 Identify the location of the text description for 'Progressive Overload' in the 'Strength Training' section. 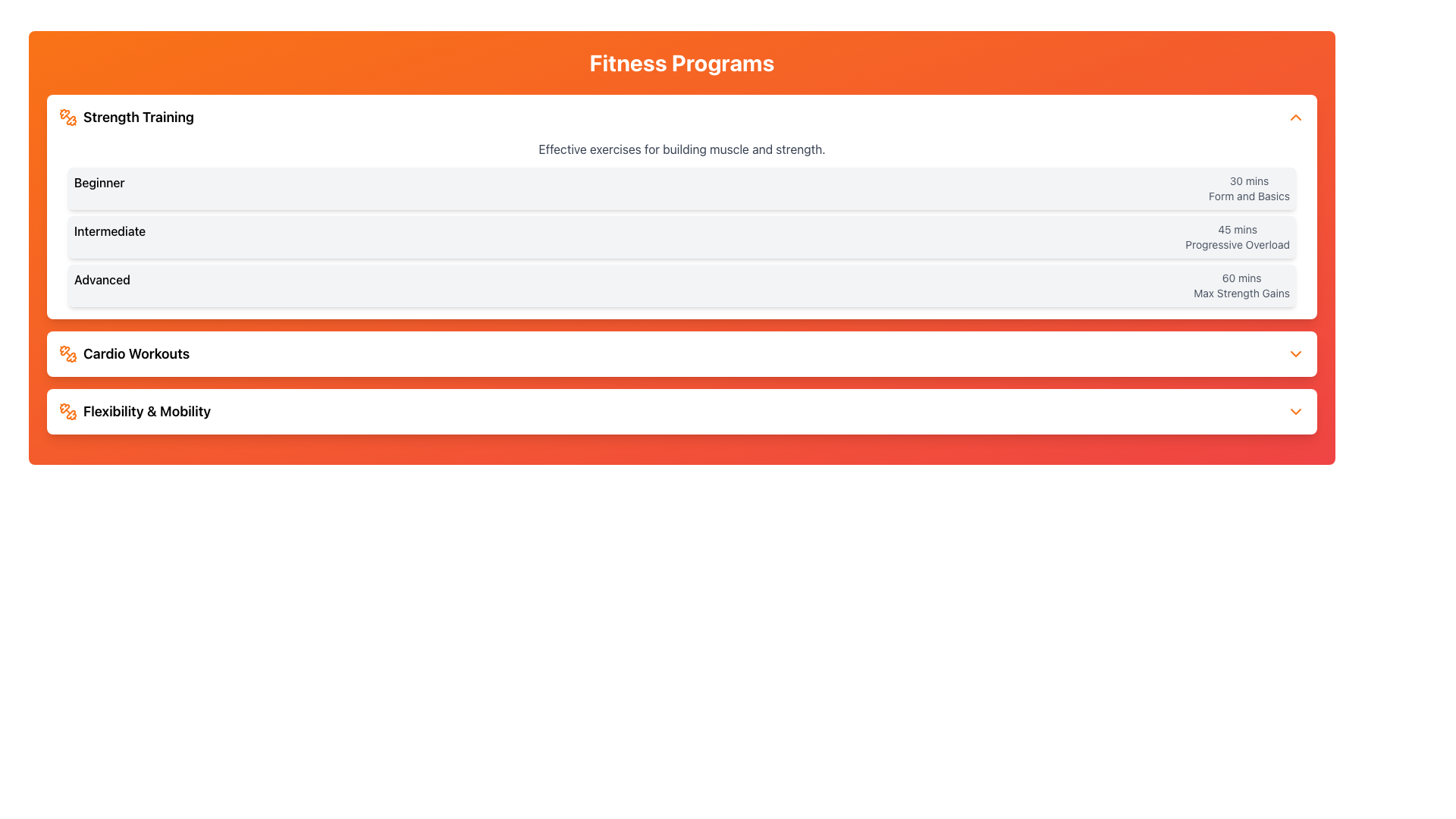
(1238, 237).